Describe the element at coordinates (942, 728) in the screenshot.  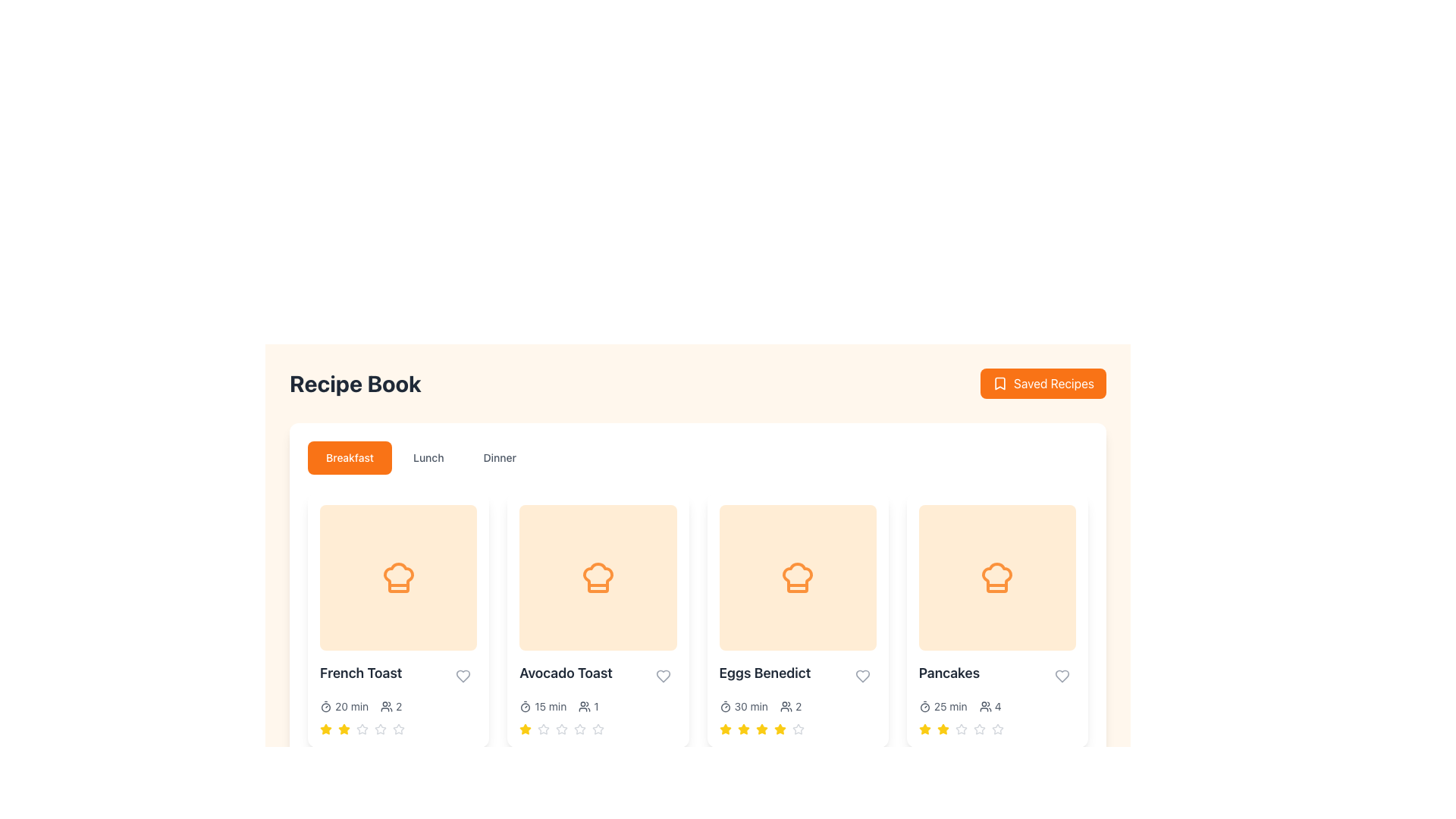
I see `the fully yellow star icon representing the first rating option below the 'Pancakes' card in the Breakfast section` at that location.